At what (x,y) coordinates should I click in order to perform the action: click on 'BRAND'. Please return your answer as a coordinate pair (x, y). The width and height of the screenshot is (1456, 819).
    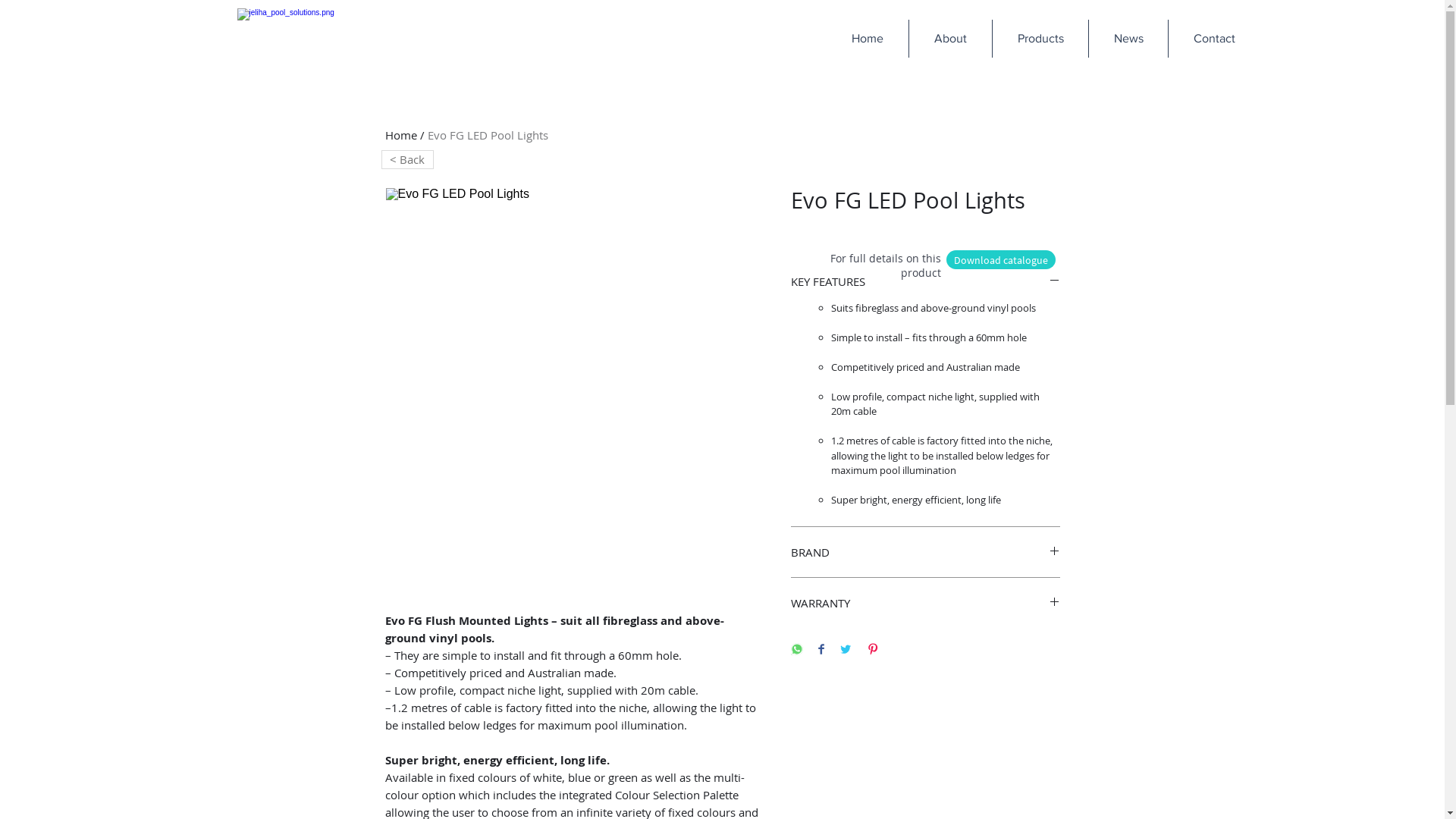
    Looking at the image, I should click on (924, 552).